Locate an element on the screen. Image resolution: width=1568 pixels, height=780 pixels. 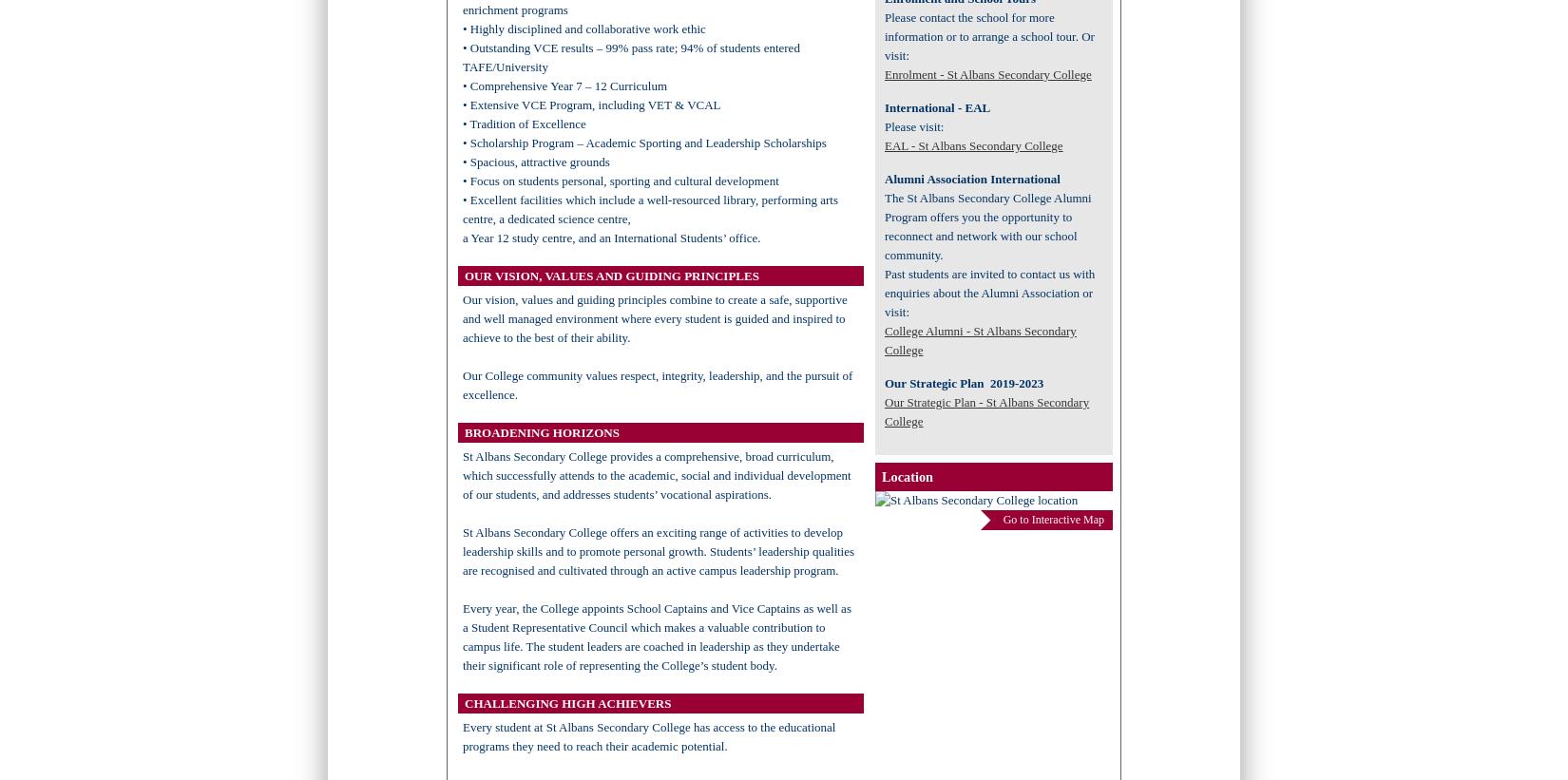
'a Year 12 study centre, and an International Students’ office.' is located at coordinates (610, 238).